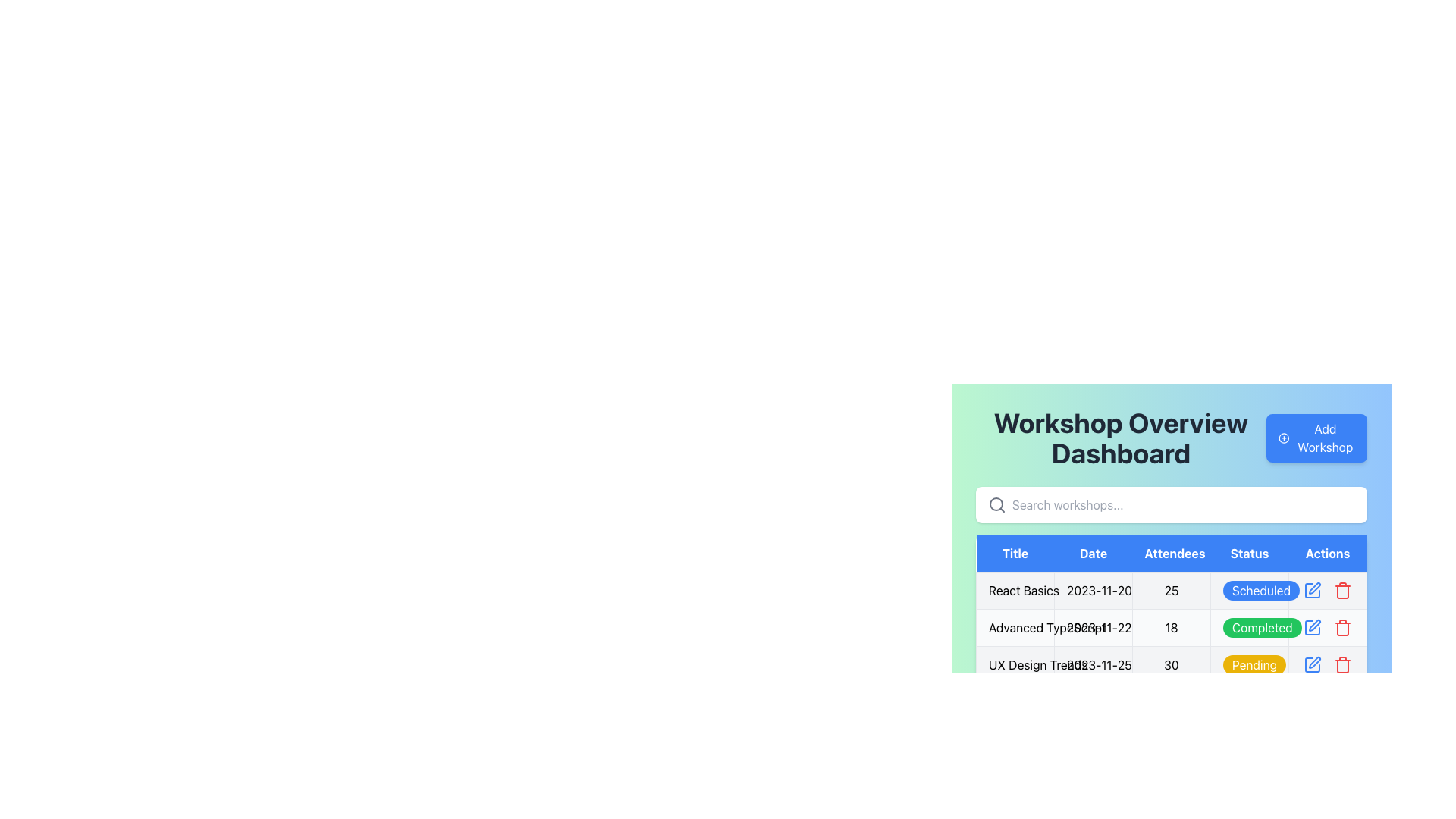  Describe the element at coordinates (1316, 438) in the screenshot. I see `the 'Add New Workshop' button located in the top-right corner of the 'Workshop Overview Dashboard'` at that location.